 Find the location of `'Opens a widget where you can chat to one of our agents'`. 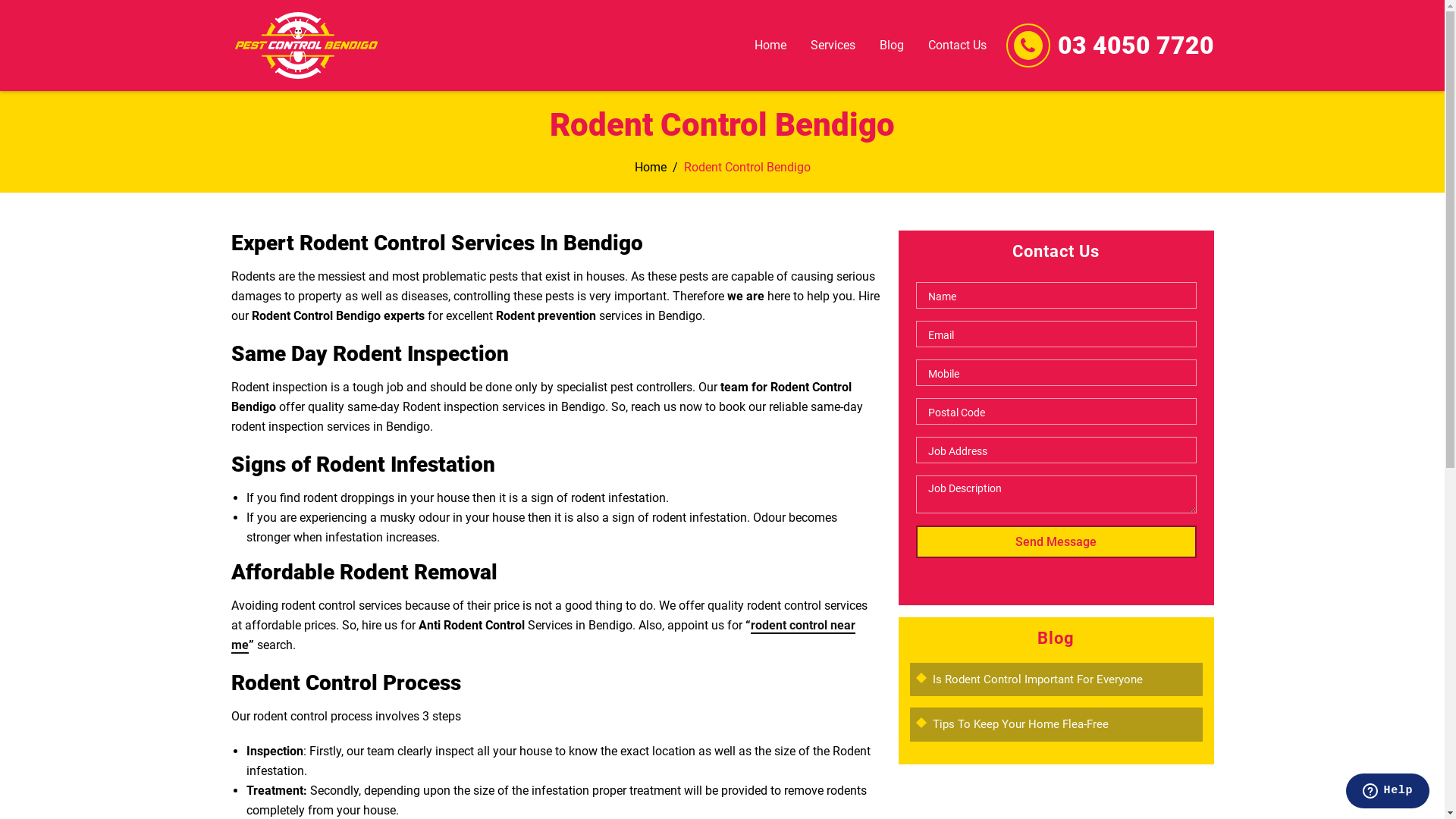

'Opens a widget where you can chat to one of our agents' is located at coordinates (1387, 792).